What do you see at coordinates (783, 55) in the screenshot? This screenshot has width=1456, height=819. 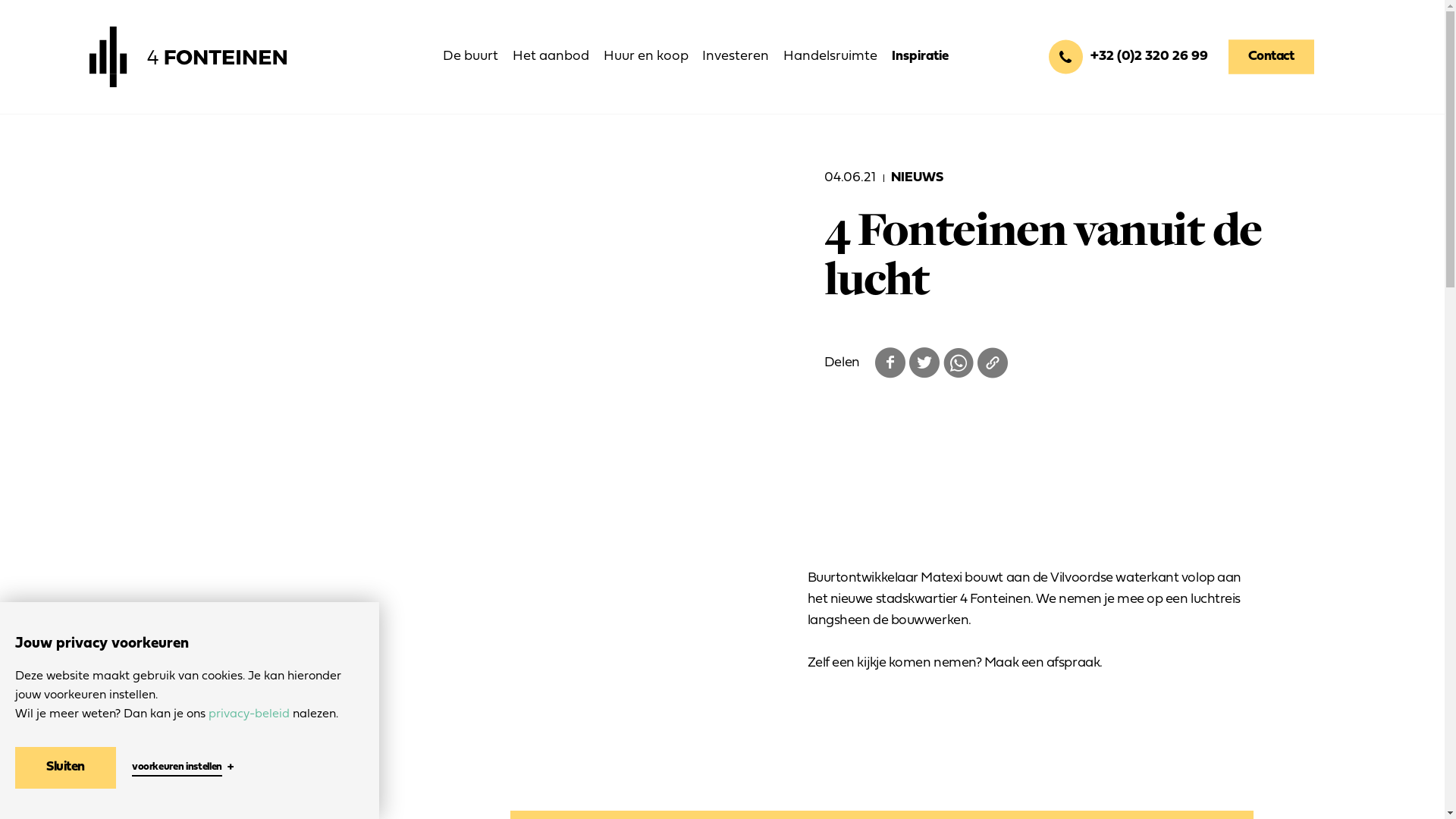 I see `'Handelsruimte'` at bounding box center [783, 55].